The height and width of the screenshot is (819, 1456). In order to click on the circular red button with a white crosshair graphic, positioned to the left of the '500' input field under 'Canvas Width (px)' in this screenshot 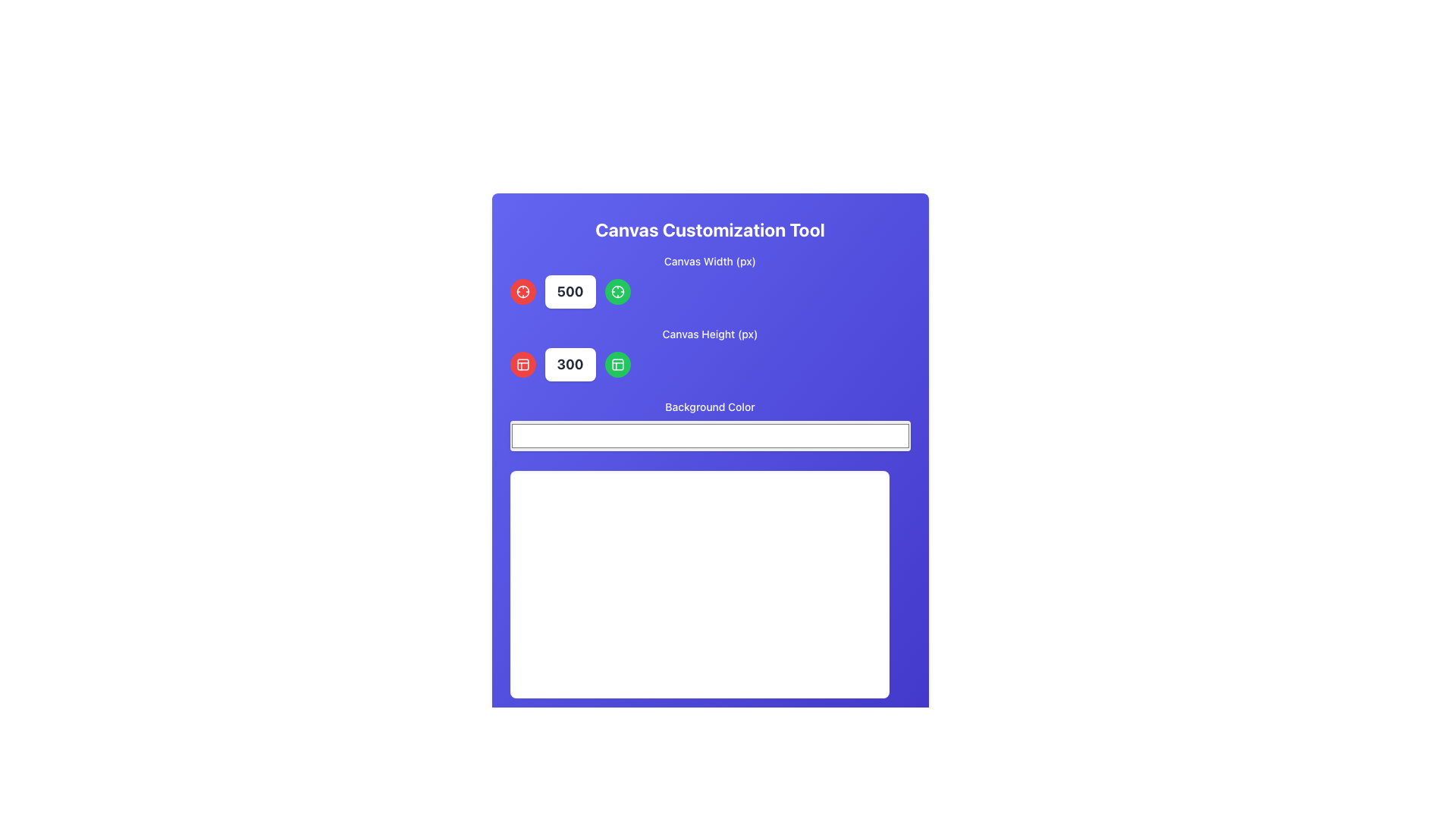, I will do `click(522, 292)`.